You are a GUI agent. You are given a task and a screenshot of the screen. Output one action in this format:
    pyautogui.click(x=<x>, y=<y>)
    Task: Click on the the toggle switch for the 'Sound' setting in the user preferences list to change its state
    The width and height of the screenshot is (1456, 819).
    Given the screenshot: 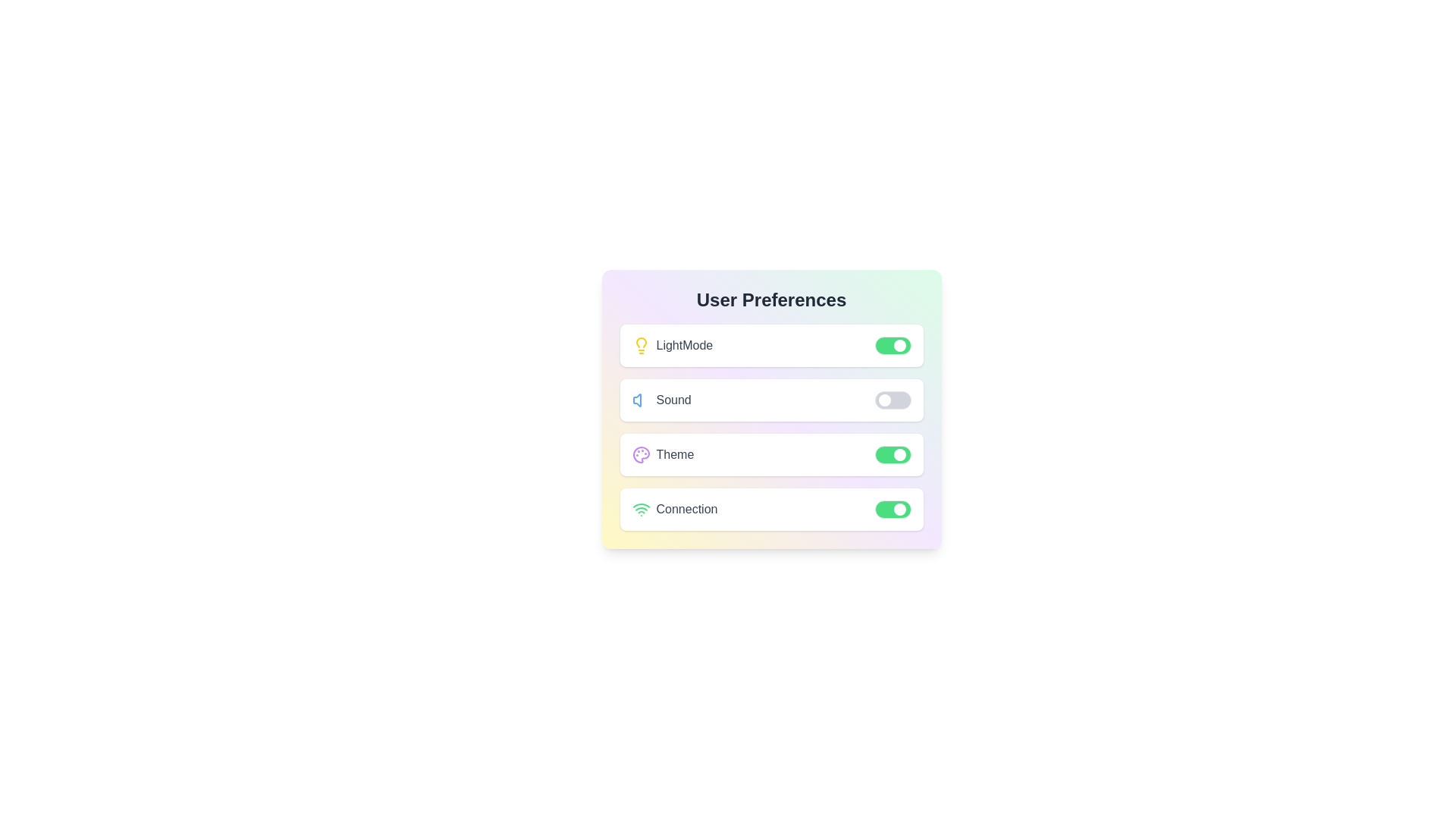 What is the action you would take?
    pyautogui.click(x=771, y=427)
    